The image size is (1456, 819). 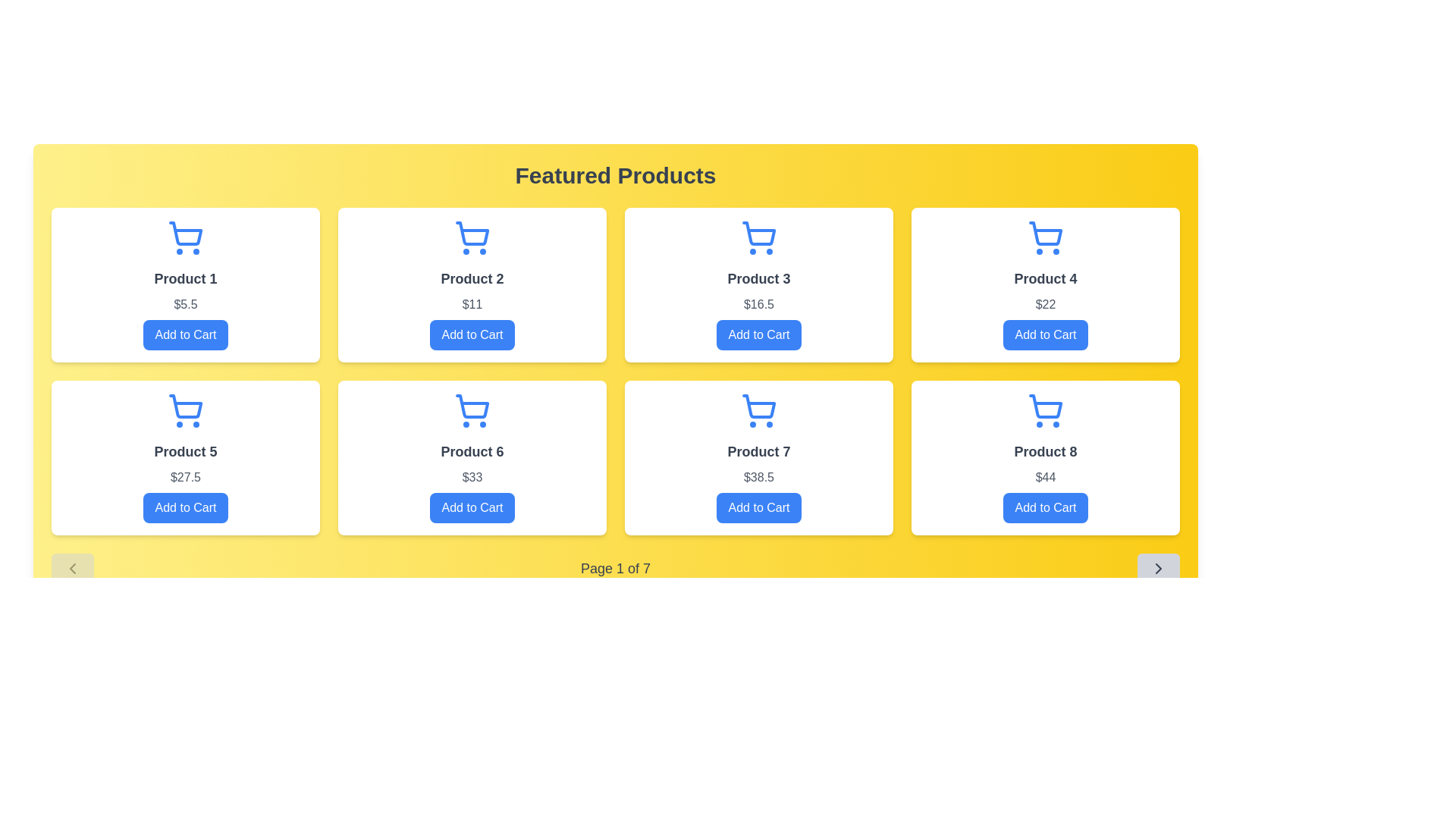 What do you see at coordinates (472, 278) in the screenshot?
I see `the Static Text Label that displays the product name, located in the middle of the product card in the second column of the first row, above the price label and beneath the shopping cart icon` at bounding box center [472, 278].